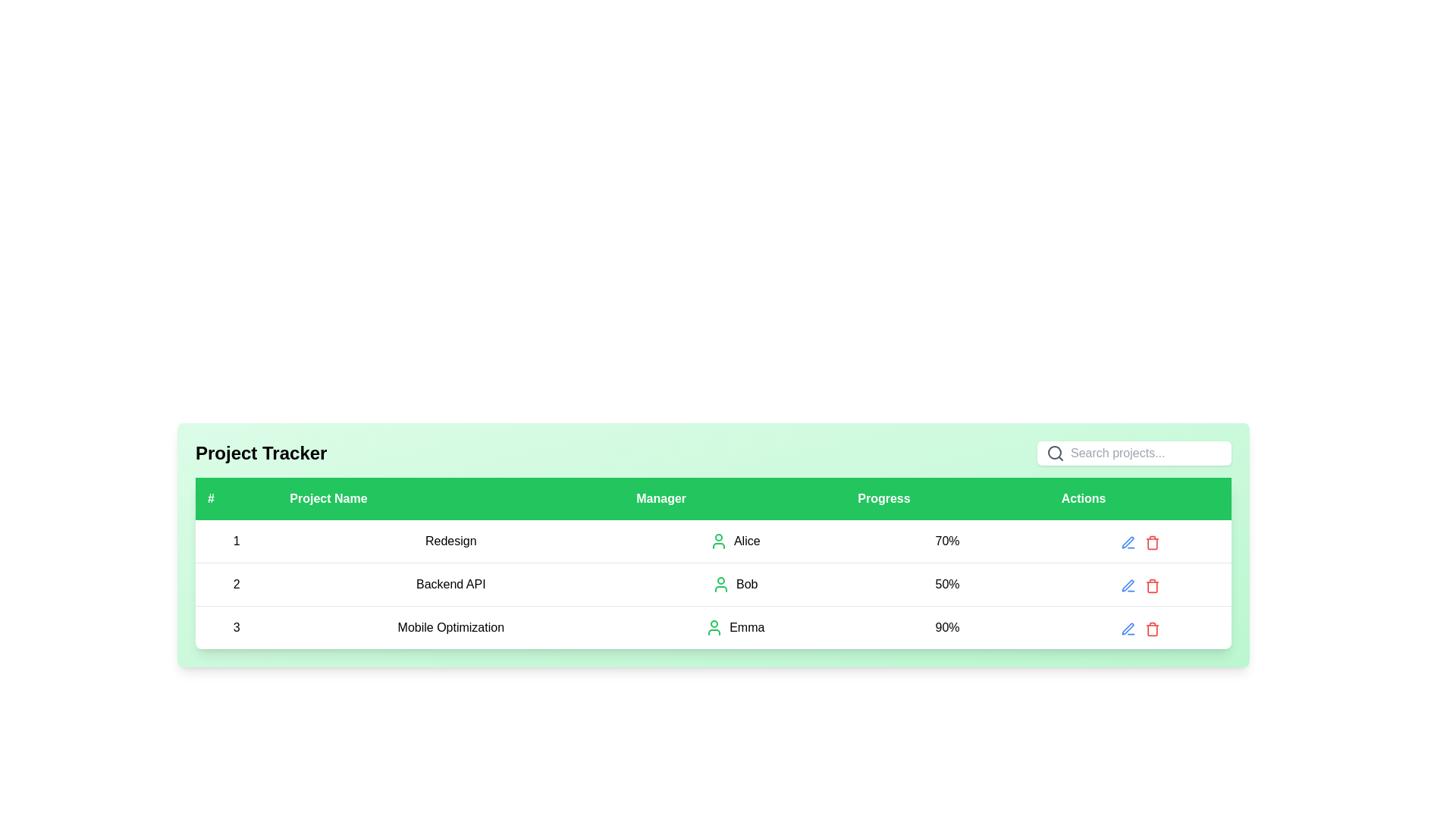 The width and height of the screenshot is (1456, 819). What do you see at coordinates (1152, 586) in the screenshot?
I see `the deletion icon button located in the 'Actions' column of the second row of the table, adjacent to the 'Progress' column value ('50%') for the row labeled 'Backend API'` at bounding box center [1152, 586].